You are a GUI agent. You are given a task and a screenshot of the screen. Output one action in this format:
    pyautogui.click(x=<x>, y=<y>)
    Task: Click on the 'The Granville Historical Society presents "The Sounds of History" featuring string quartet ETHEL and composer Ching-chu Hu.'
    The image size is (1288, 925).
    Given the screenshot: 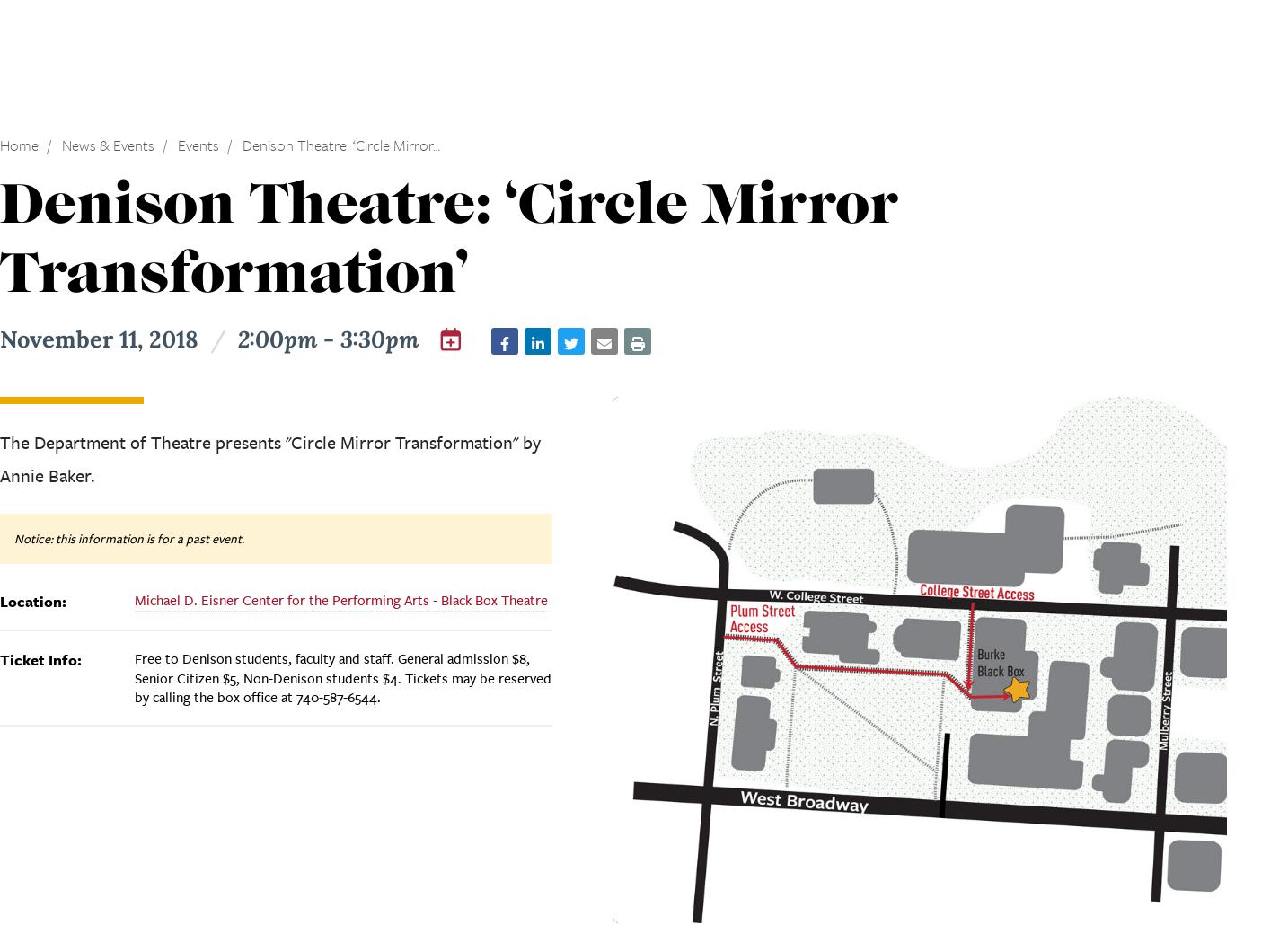 What is the action you would take?
    pyautogui.click(x=336, y=260)
    